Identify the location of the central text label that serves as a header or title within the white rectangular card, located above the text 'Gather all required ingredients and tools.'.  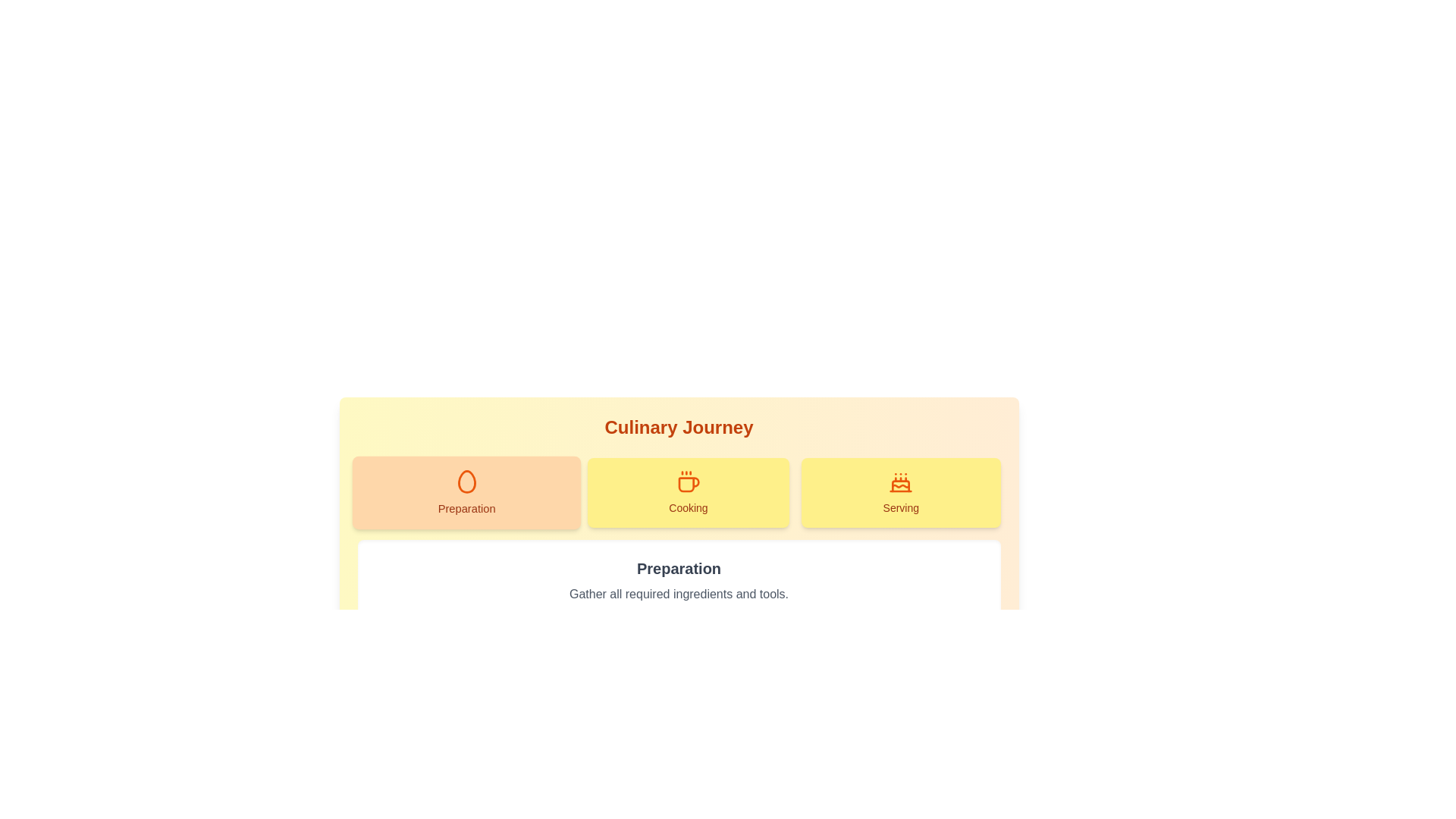
(678, 568).